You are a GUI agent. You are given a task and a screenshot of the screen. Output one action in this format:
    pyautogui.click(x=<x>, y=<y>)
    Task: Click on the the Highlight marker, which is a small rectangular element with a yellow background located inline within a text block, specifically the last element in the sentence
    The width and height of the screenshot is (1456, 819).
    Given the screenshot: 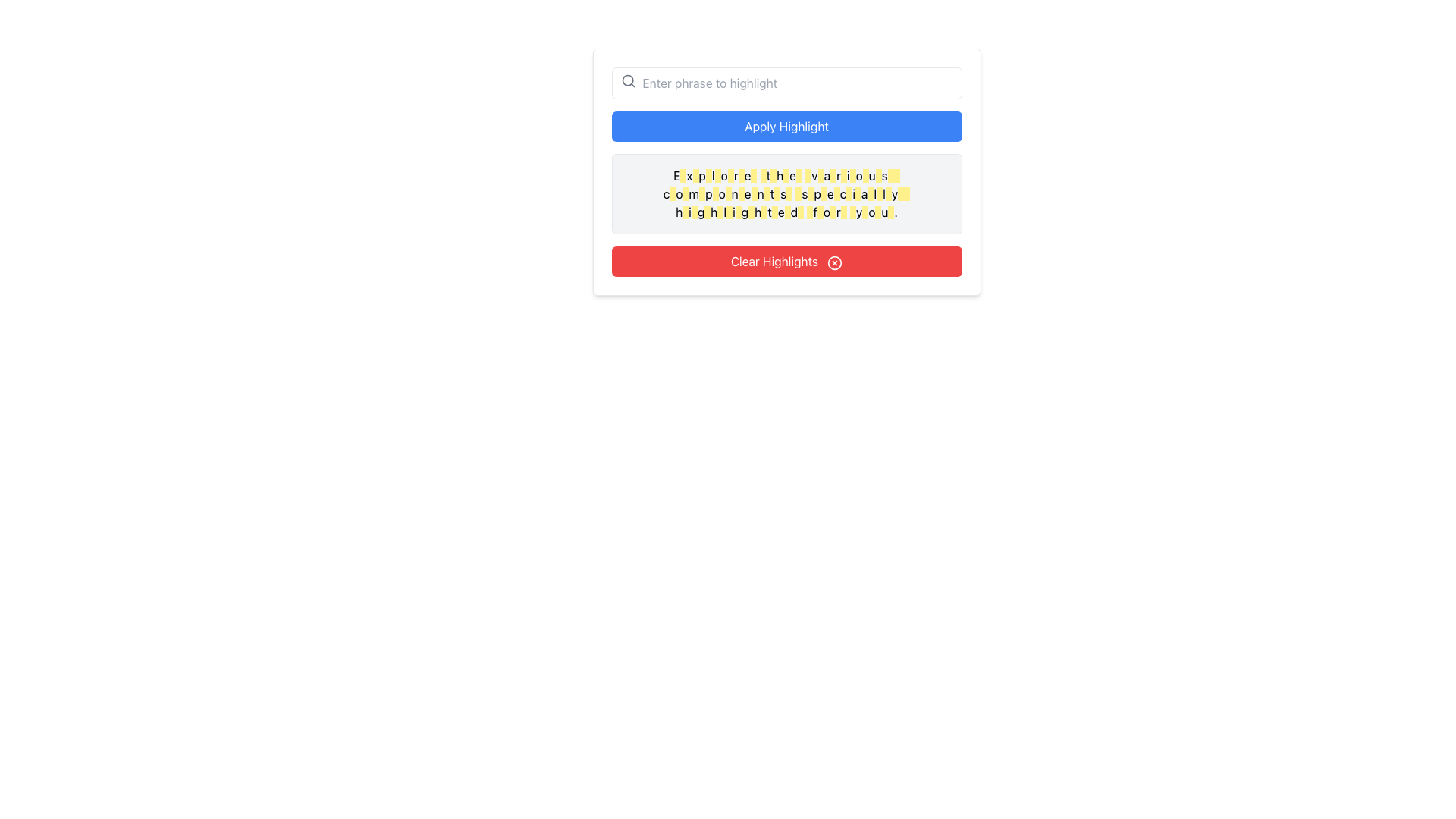 What is the action you would take?
    pyautogui.click(x=878, y=212)
    